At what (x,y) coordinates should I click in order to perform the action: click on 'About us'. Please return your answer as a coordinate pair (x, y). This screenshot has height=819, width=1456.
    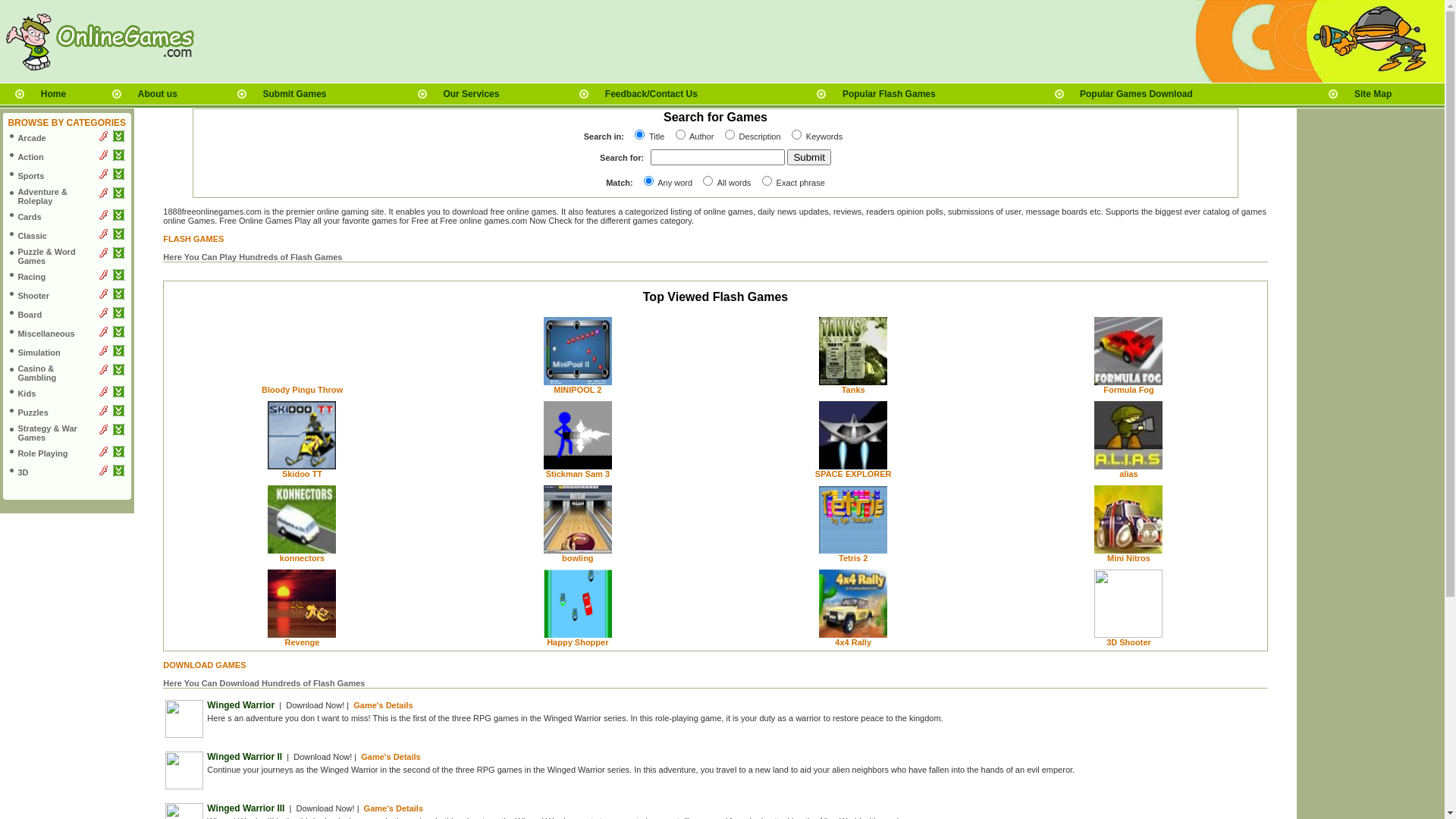
    Looking at the image, I should click on (157, 93).